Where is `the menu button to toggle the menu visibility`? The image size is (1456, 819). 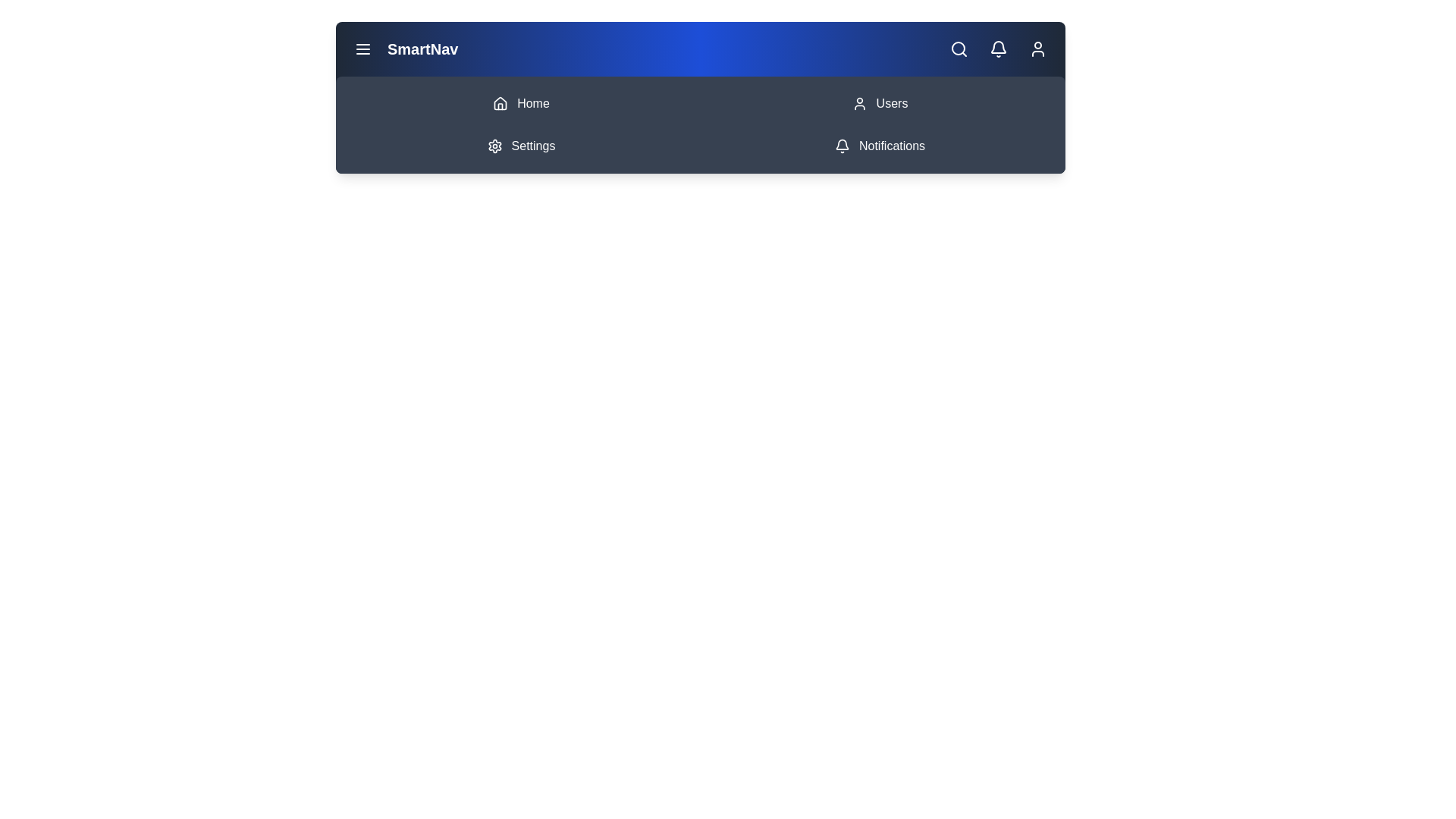
the menu button to toggle the menu visibility is located at coordinates (362, 49).